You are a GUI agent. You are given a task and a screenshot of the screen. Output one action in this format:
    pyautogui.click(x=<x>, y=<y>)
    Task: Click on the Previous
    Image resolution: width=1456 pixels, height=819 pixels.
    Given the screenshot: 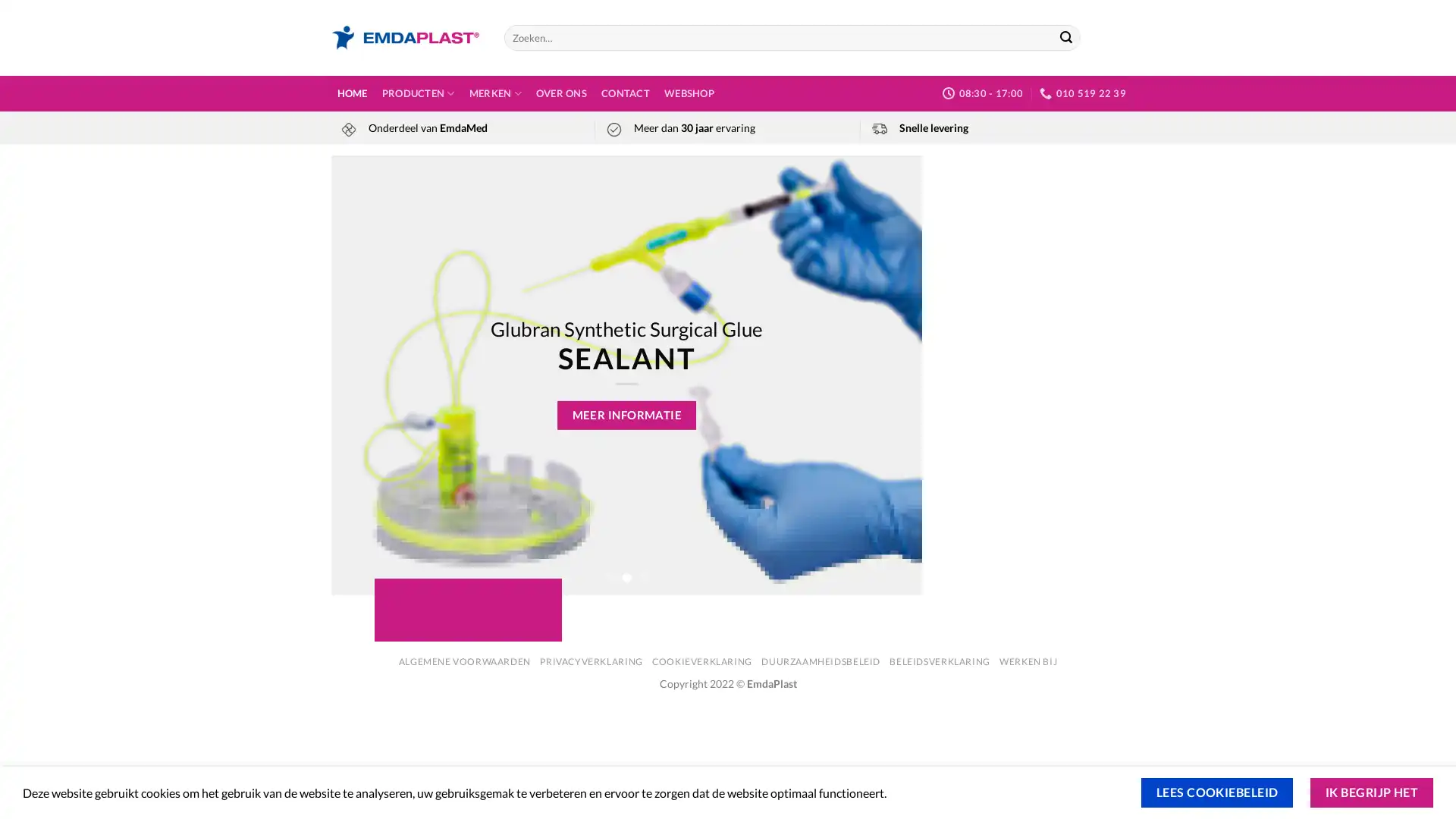 What is the action you would take?
    pyautogui.click(x=362, y=374)
    